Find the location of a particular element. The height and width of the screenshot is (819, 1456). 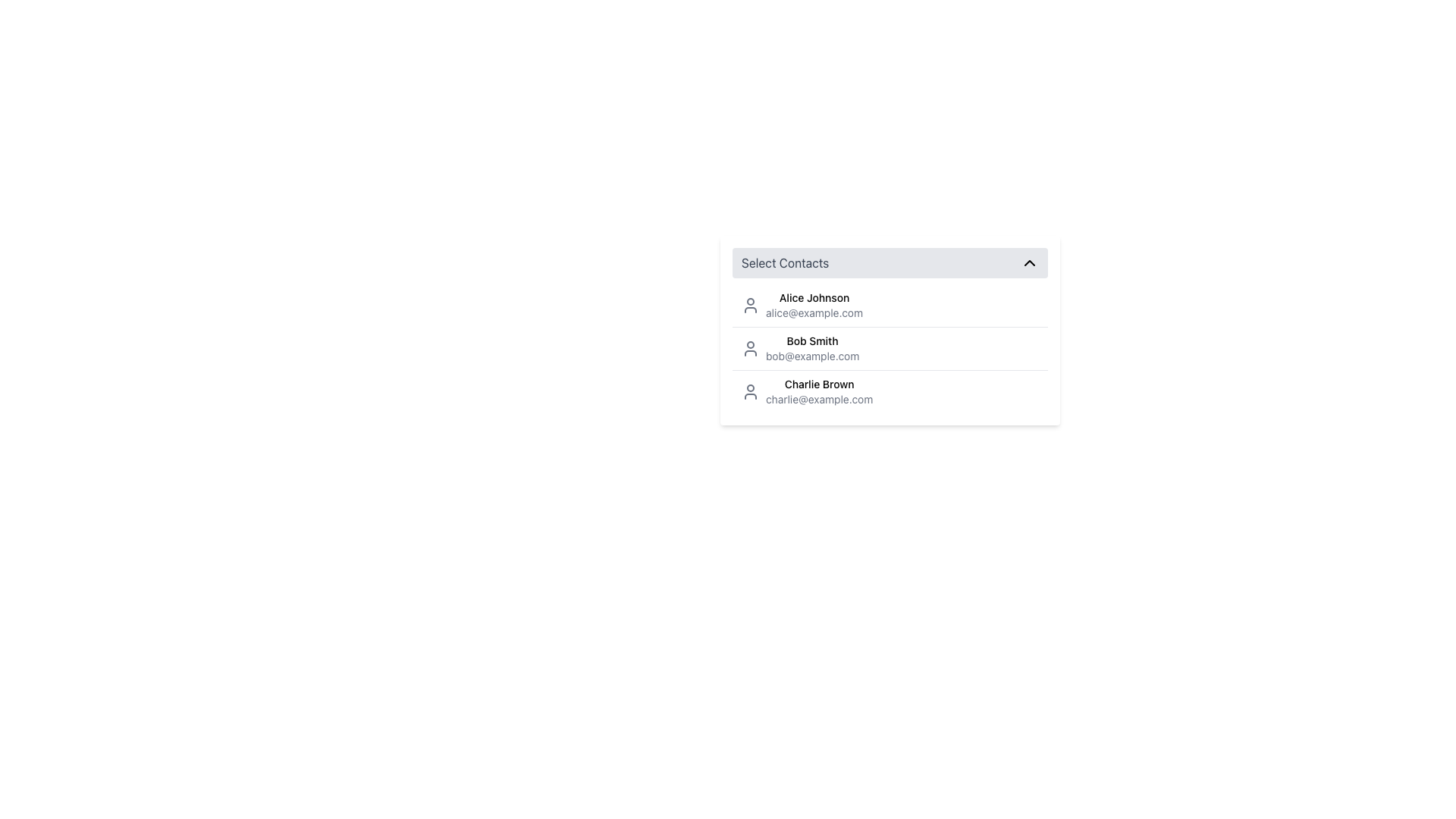

the user information list item displaying 'Charlie Brown' and 'charlie@example.com' is located at coordinates (806, 391).